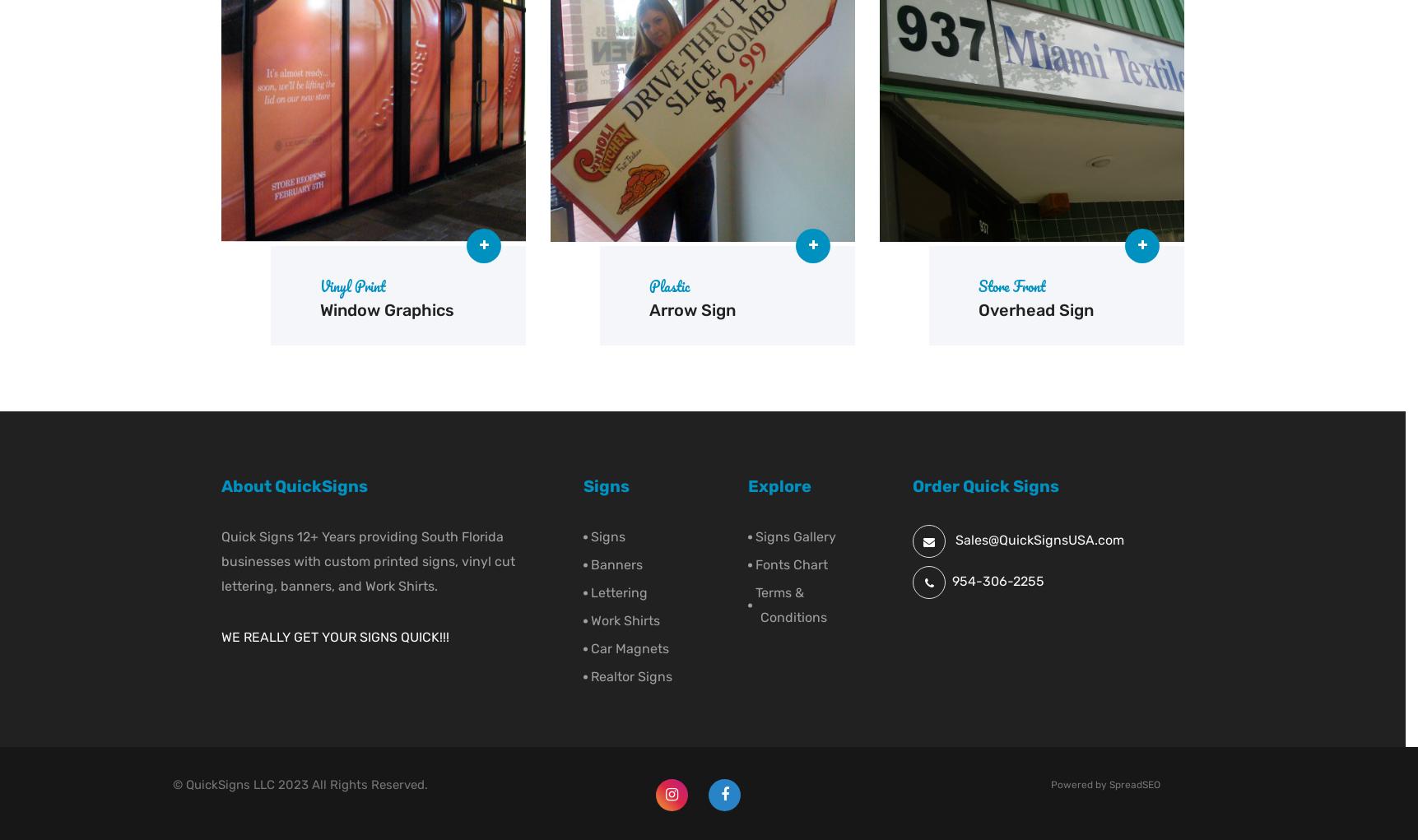  Describe the element at coordinates (1134, 784) in the screenshot. I see `'SpreadSEO'` at that location.